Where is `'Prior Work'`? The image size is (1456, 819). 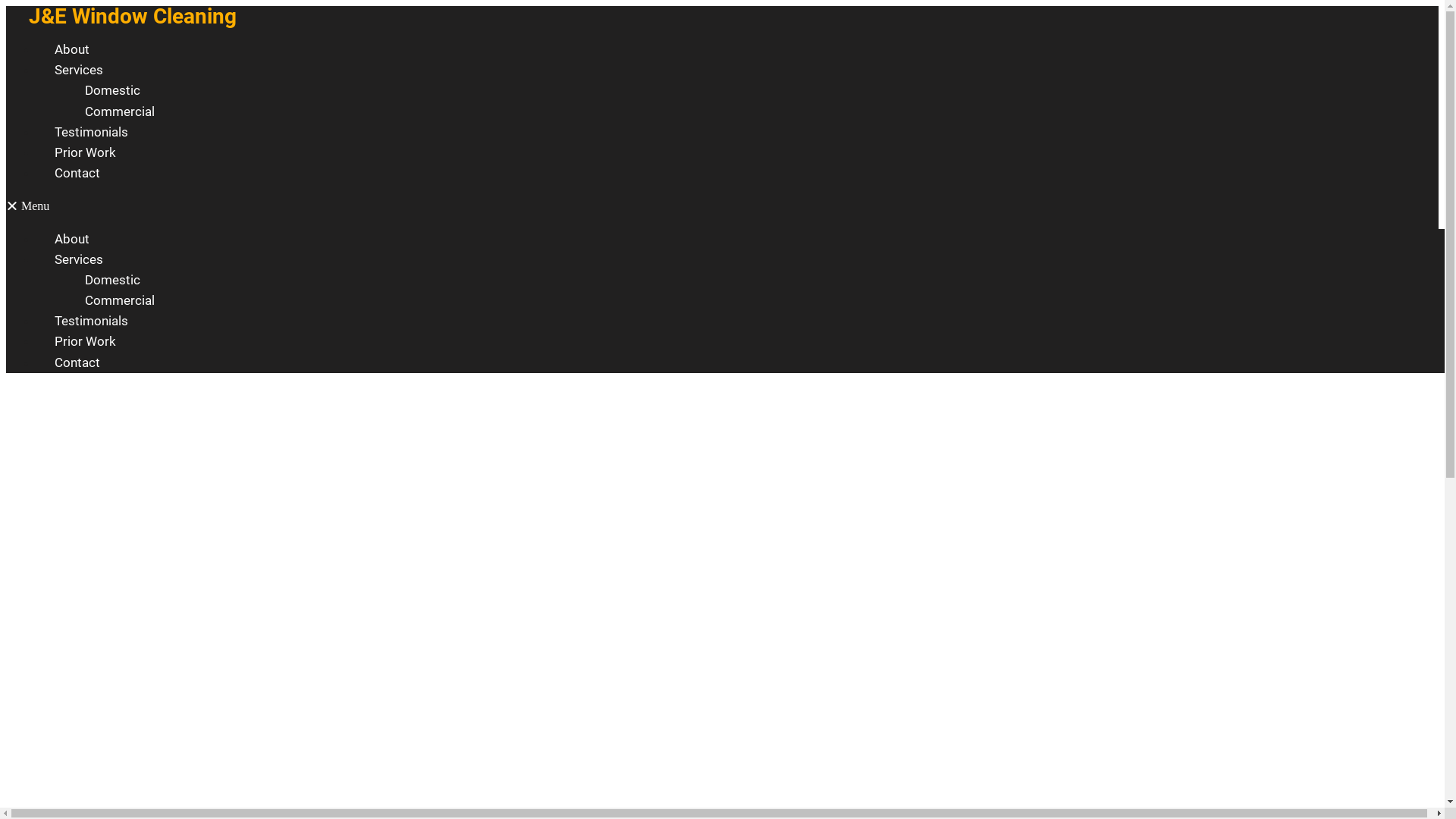
'Prior Work' is located at coordinates (84, 152).